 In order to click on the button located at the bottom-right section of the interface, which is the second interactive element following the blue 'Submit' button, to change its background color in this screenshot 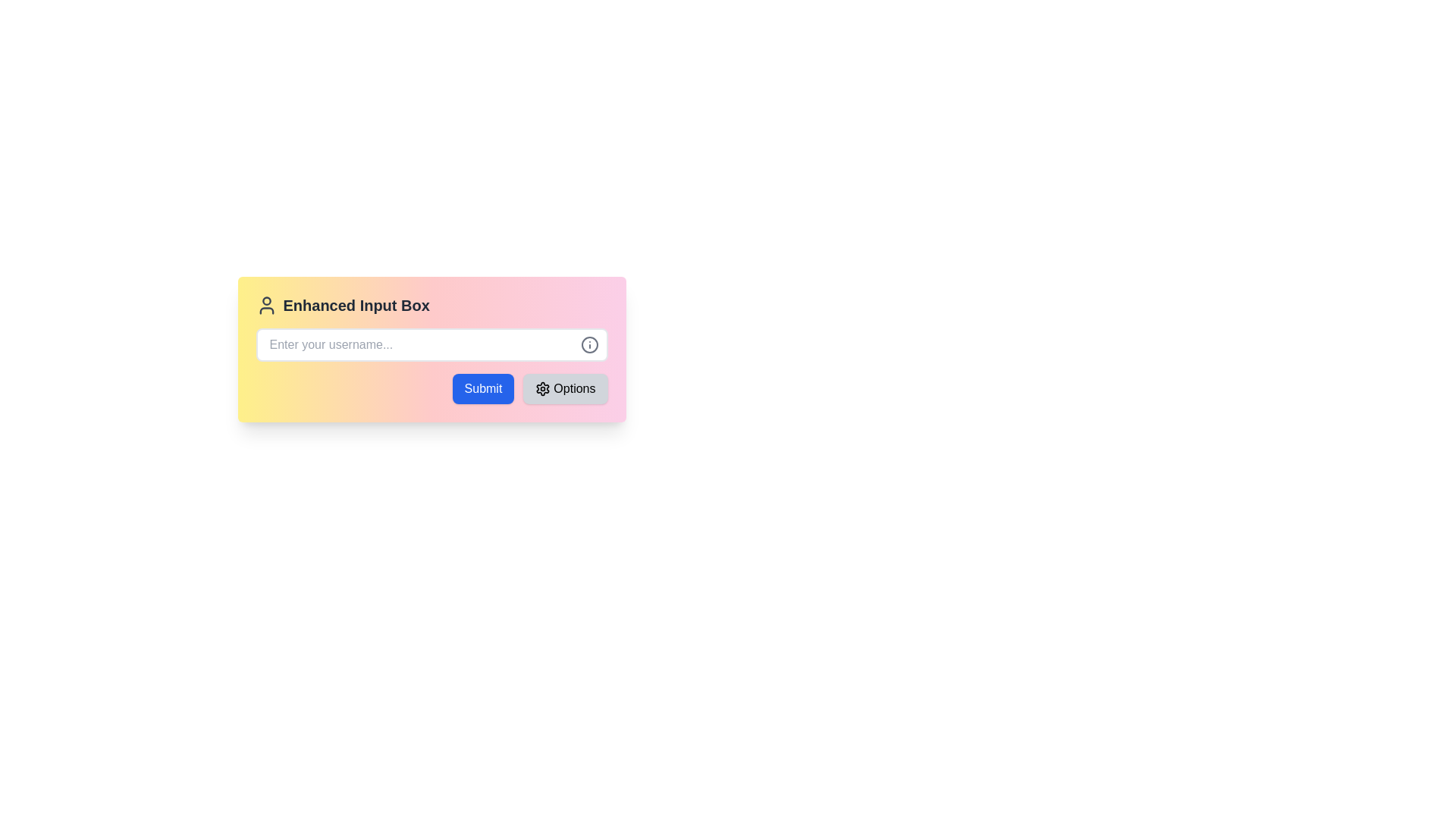, I will do `click(564, 388)`.